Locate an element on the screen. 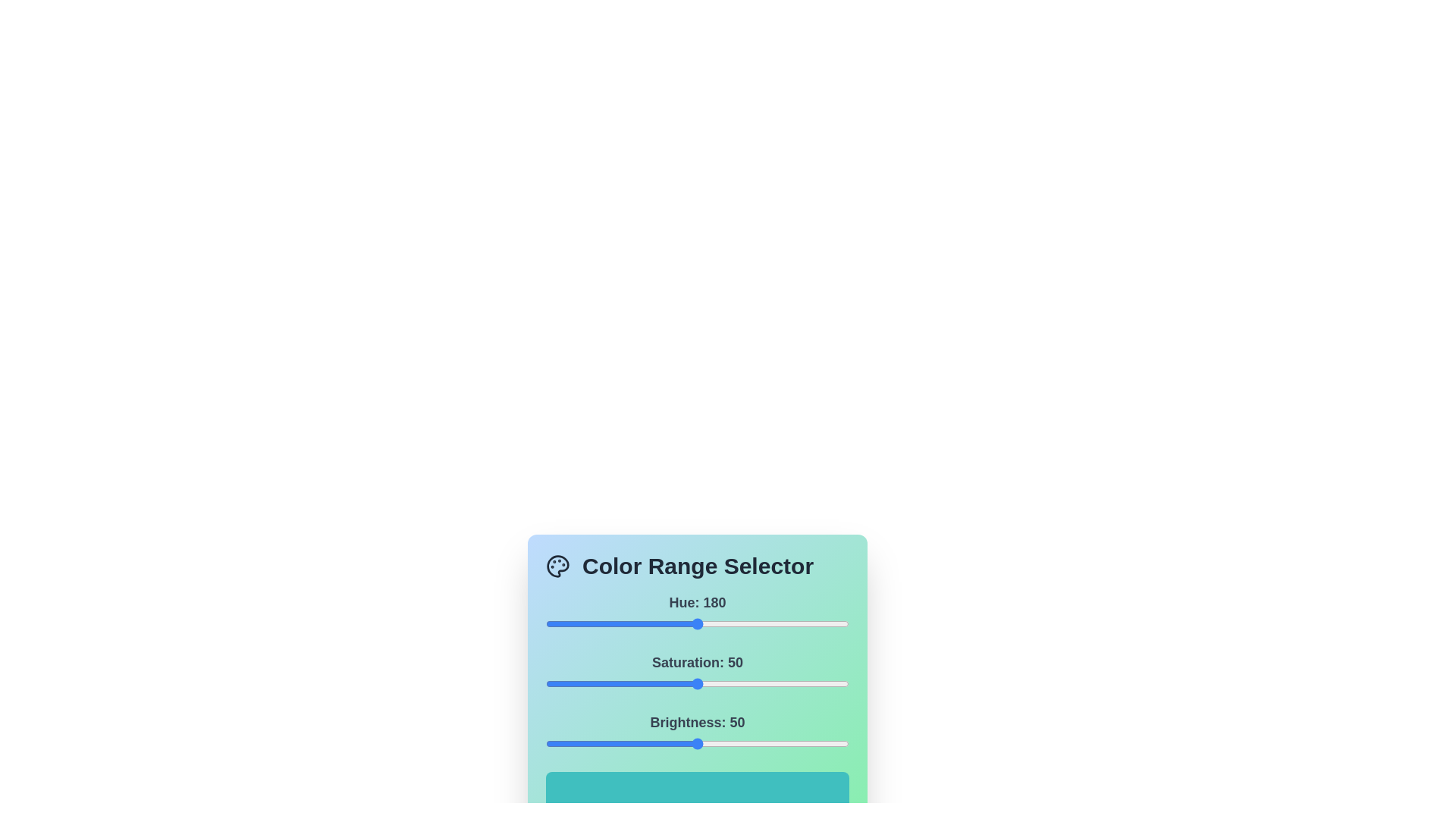 The height and width of the screenshot is (819, 1456). the 0 slider to 102 is located at coordinates (632, 623).